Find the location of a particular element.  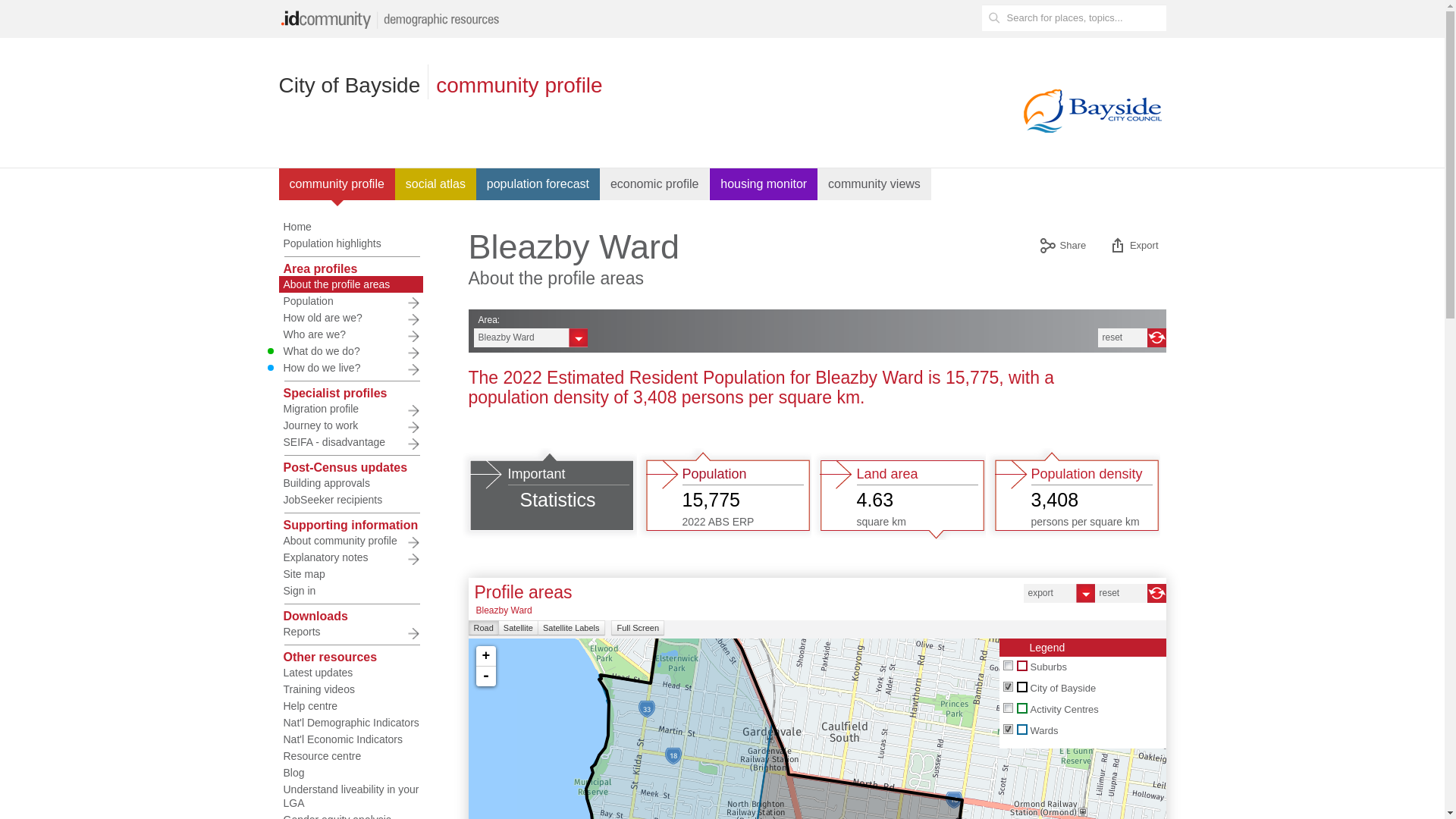

'Building approvals' is located at coordinates (350, 482).